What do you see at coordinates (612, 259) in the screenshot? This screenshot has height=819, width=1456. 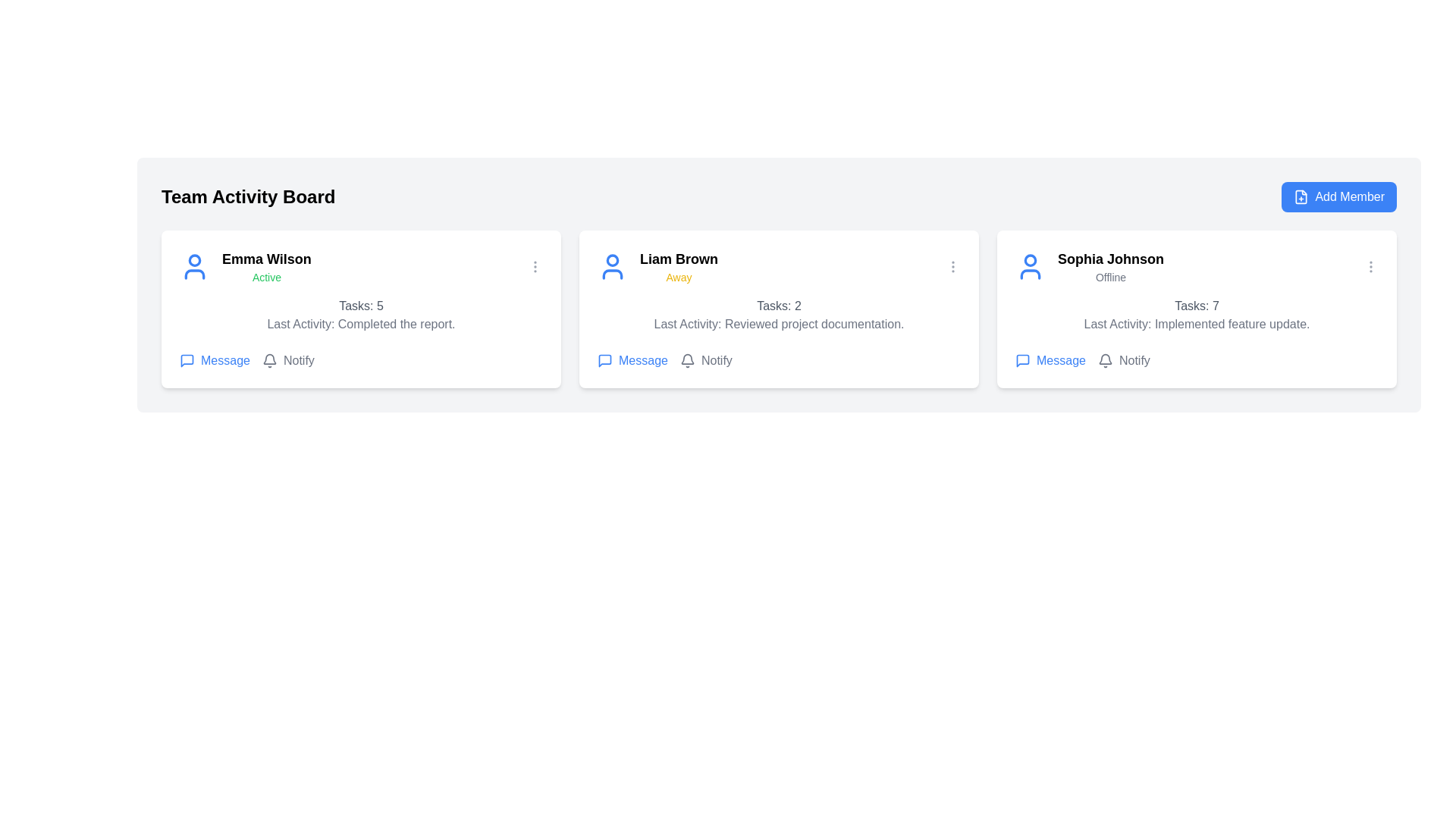 I see `circular graphics feature representing the head portion of the user icon for Liam Brown, which is centered within the user profile icon` at bounding box center [612, 259].